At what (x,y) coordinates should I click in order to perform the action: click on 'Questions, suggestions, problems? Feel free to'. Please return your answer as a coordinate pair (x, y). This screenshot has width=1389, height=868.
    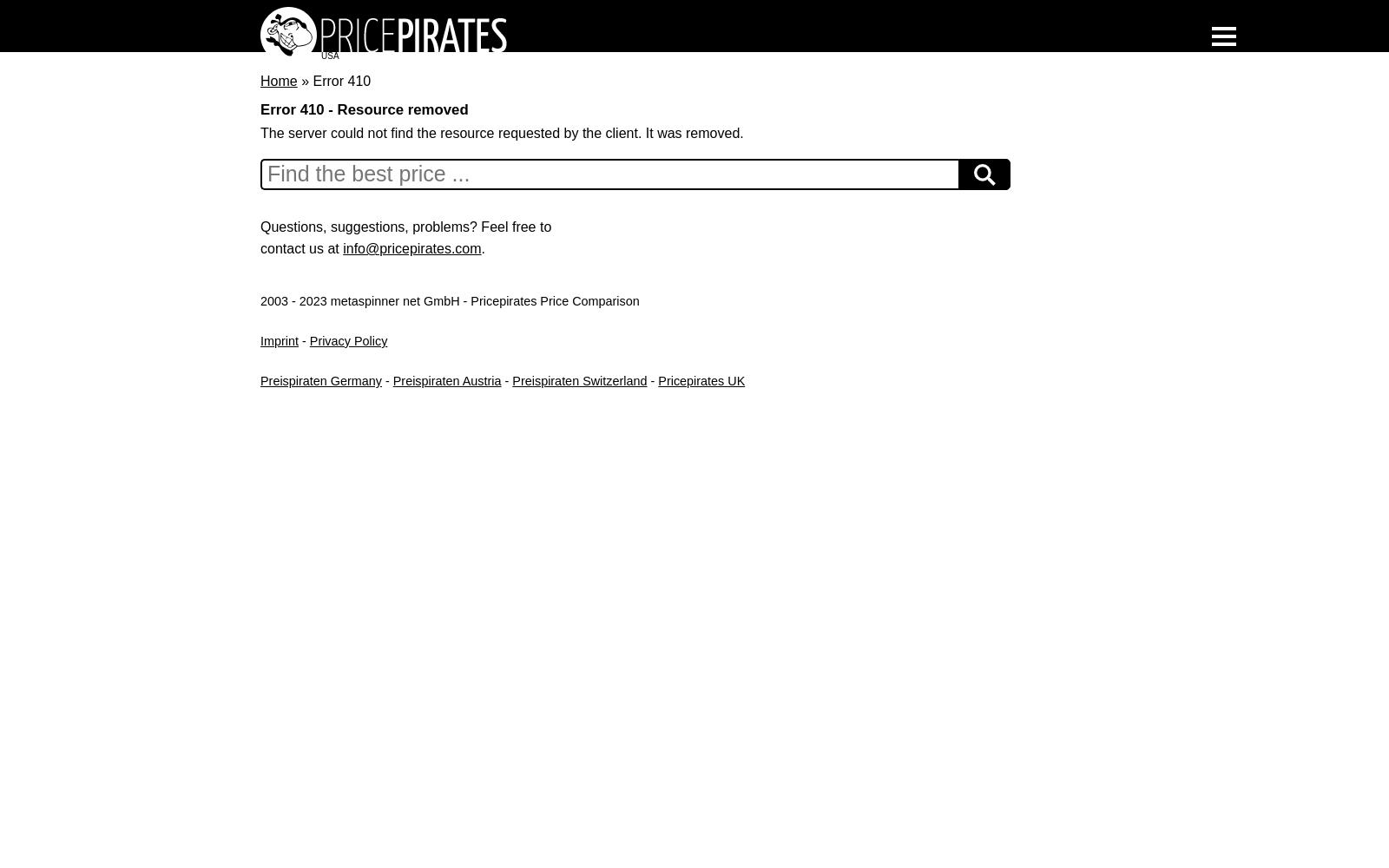
    Looking at the image, I should click on (260, 226).